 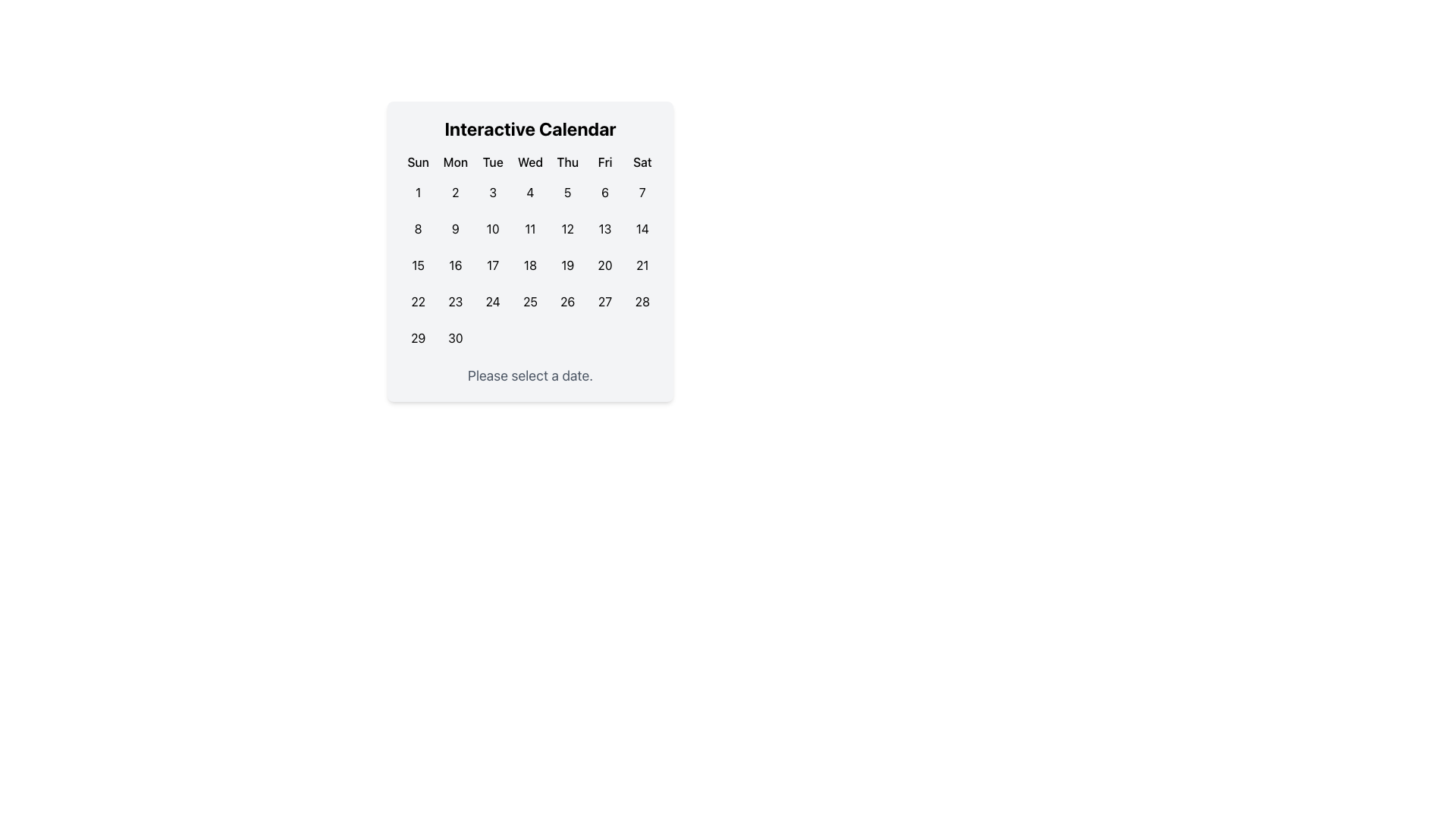 I want to click on the interactive Text Label indicating the 19th day of the calendar, so click(x=566, y=265).